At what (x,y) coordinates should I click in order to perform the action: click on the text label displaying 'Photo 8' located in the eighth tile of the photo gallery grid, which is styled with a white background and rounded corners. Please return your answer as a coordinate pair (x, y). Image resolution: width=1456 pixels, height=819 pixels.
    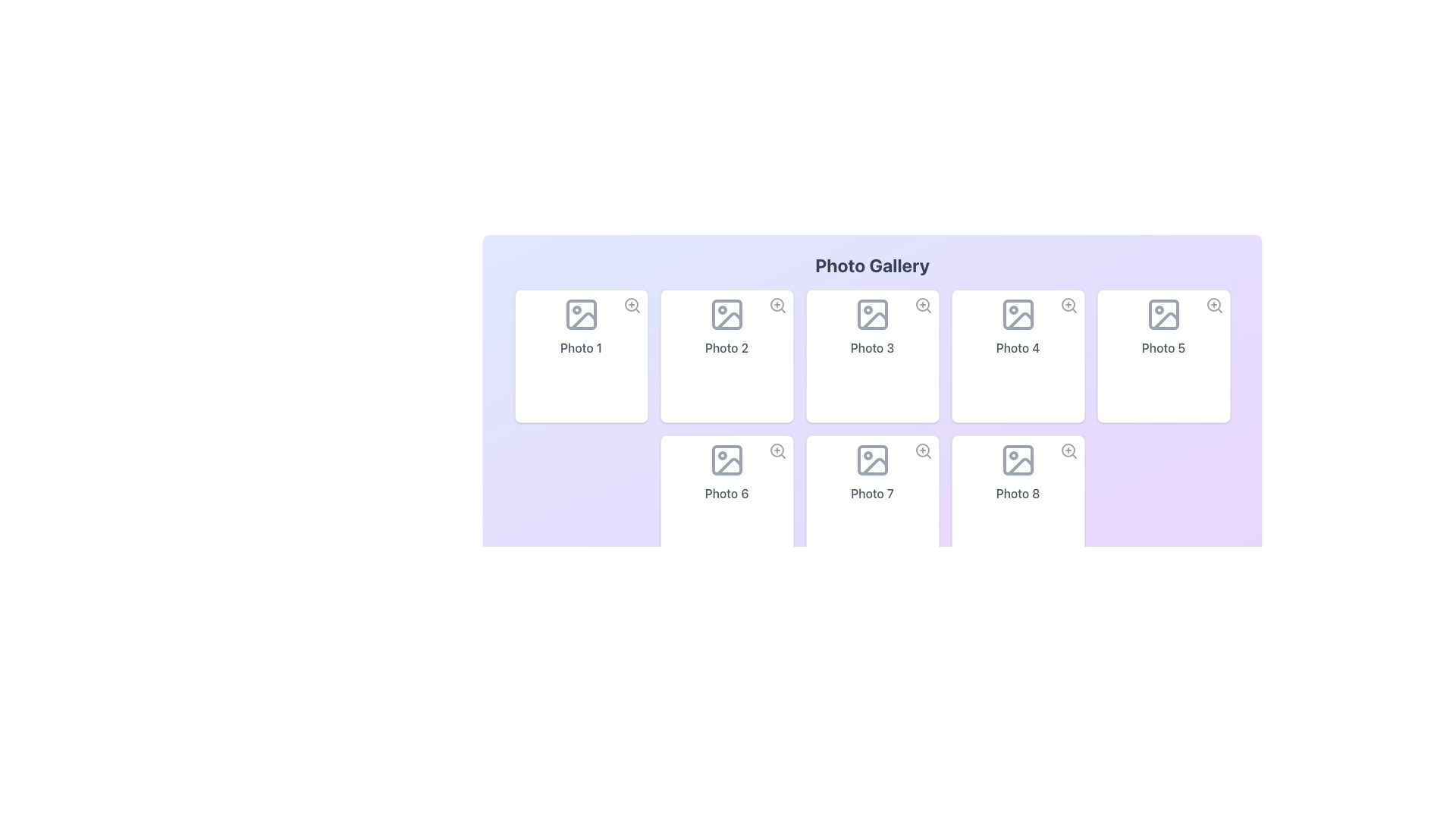
    Looking at the image, I should click on (1018, 494).